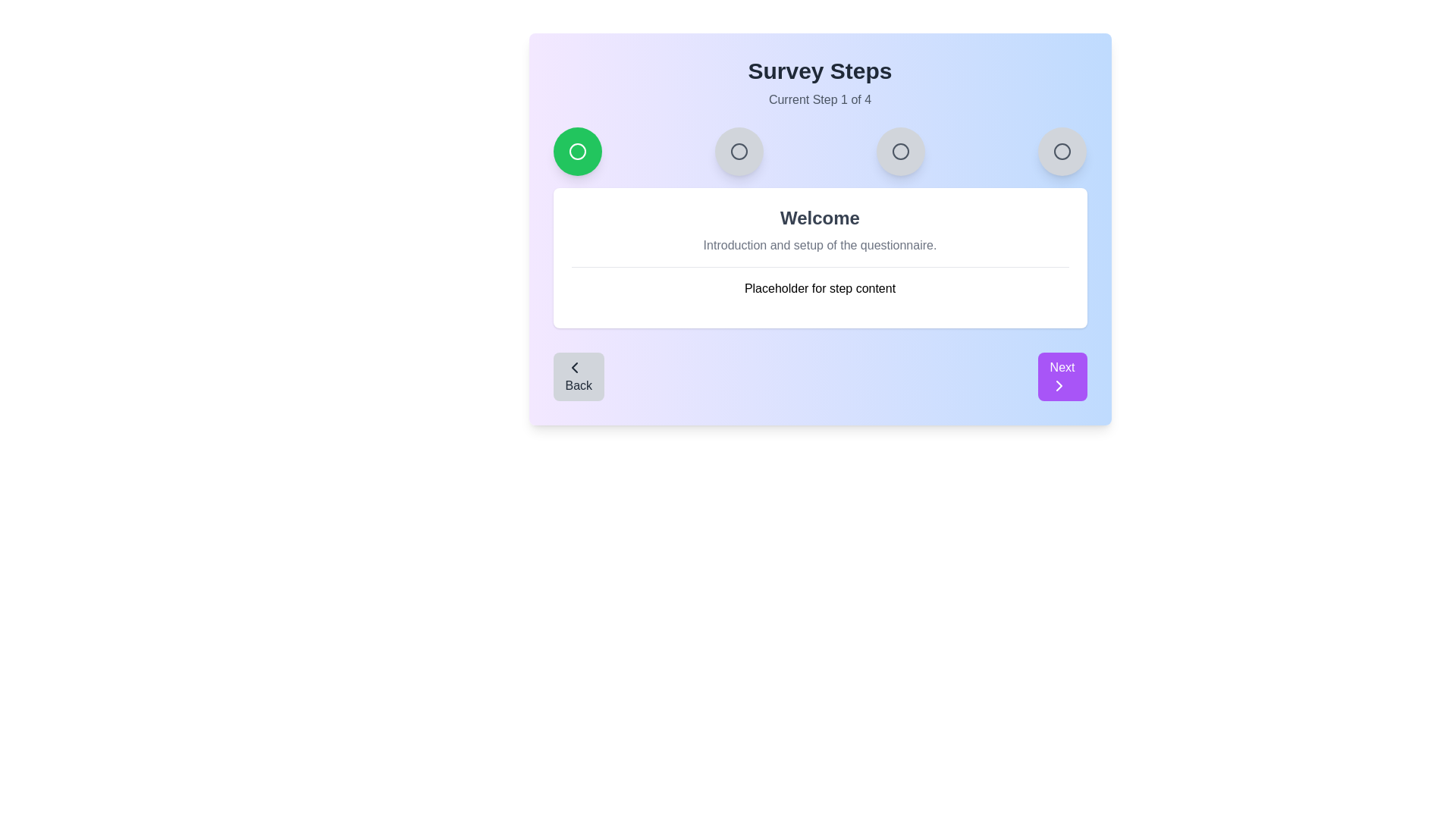 The width and height of the screenshot is (1456, 819). I want to click on the Text label that introduces or welcomes users to the current section of the interface, located above the introductory message 'Introduction and setup of the questionnaire.', so click(819, 218).